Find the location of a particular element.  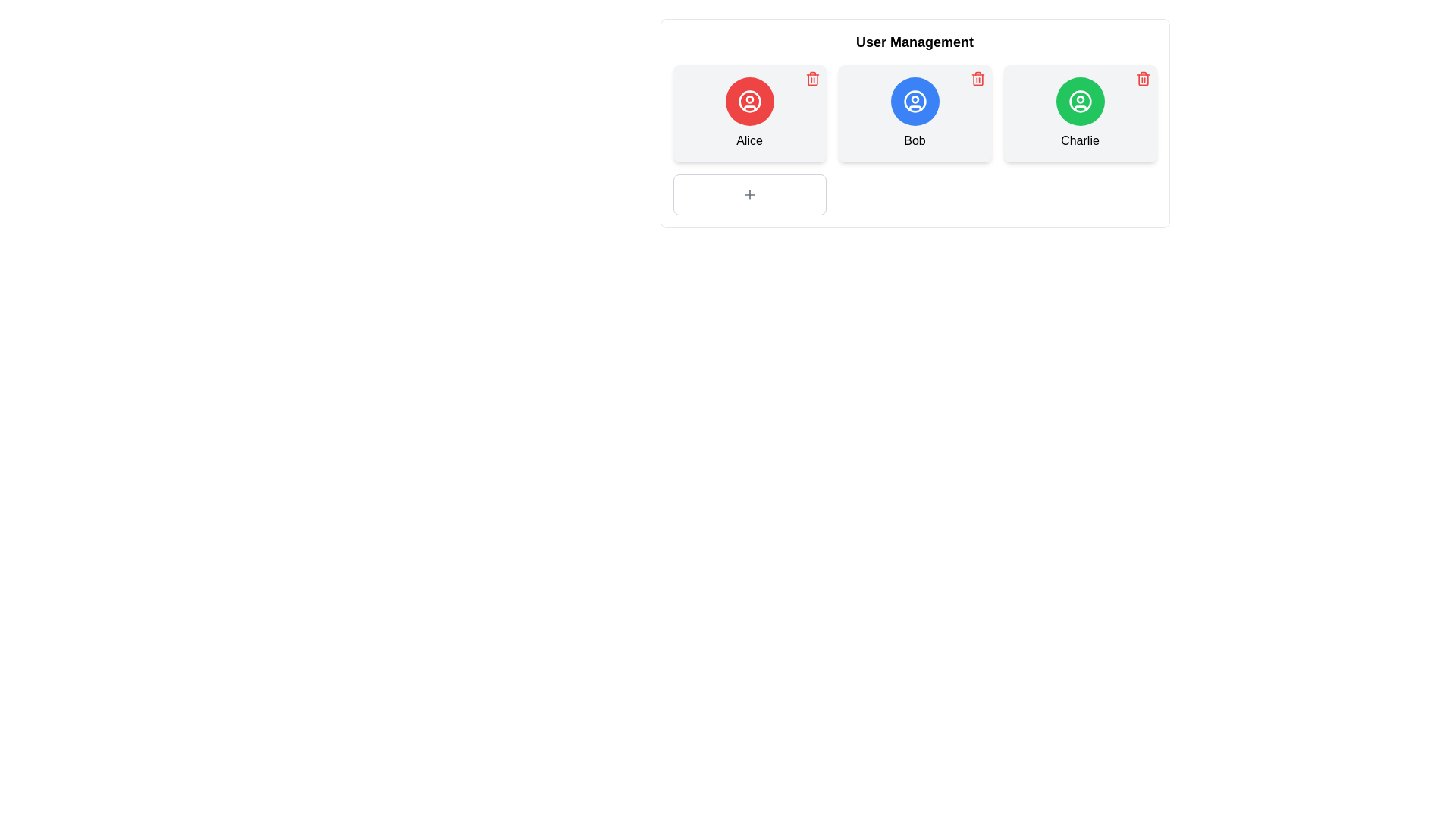

the central icon of the 'Add User' button located under the user profile cards labeled 'Alice', 'Bob', and 'Charlie' to initiate the 'Add User' function is located at coordinates (749, 194).